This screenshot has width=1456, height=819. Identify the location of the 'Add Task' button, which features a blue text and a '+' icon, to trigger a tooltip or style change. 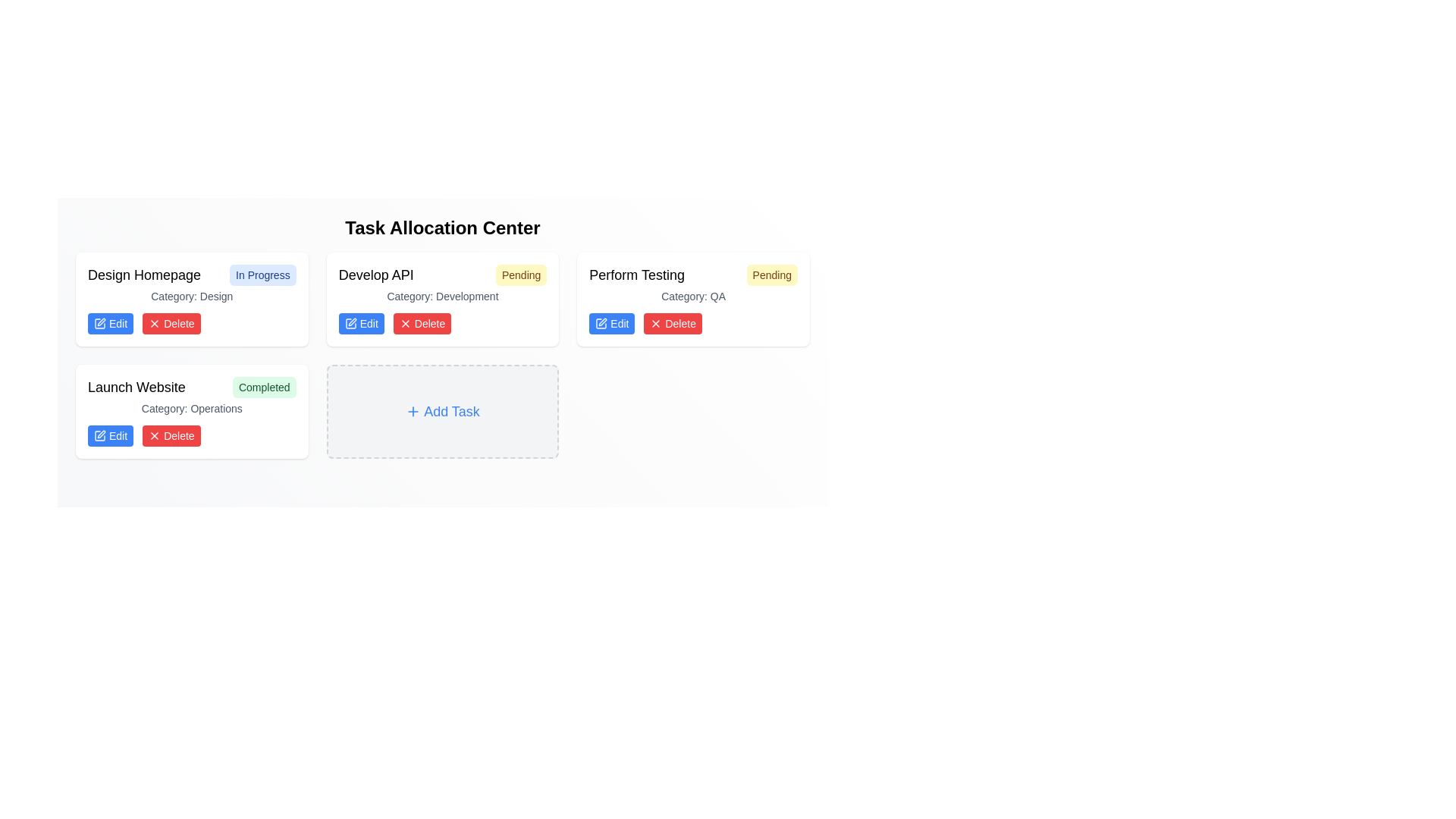
(442, 412).